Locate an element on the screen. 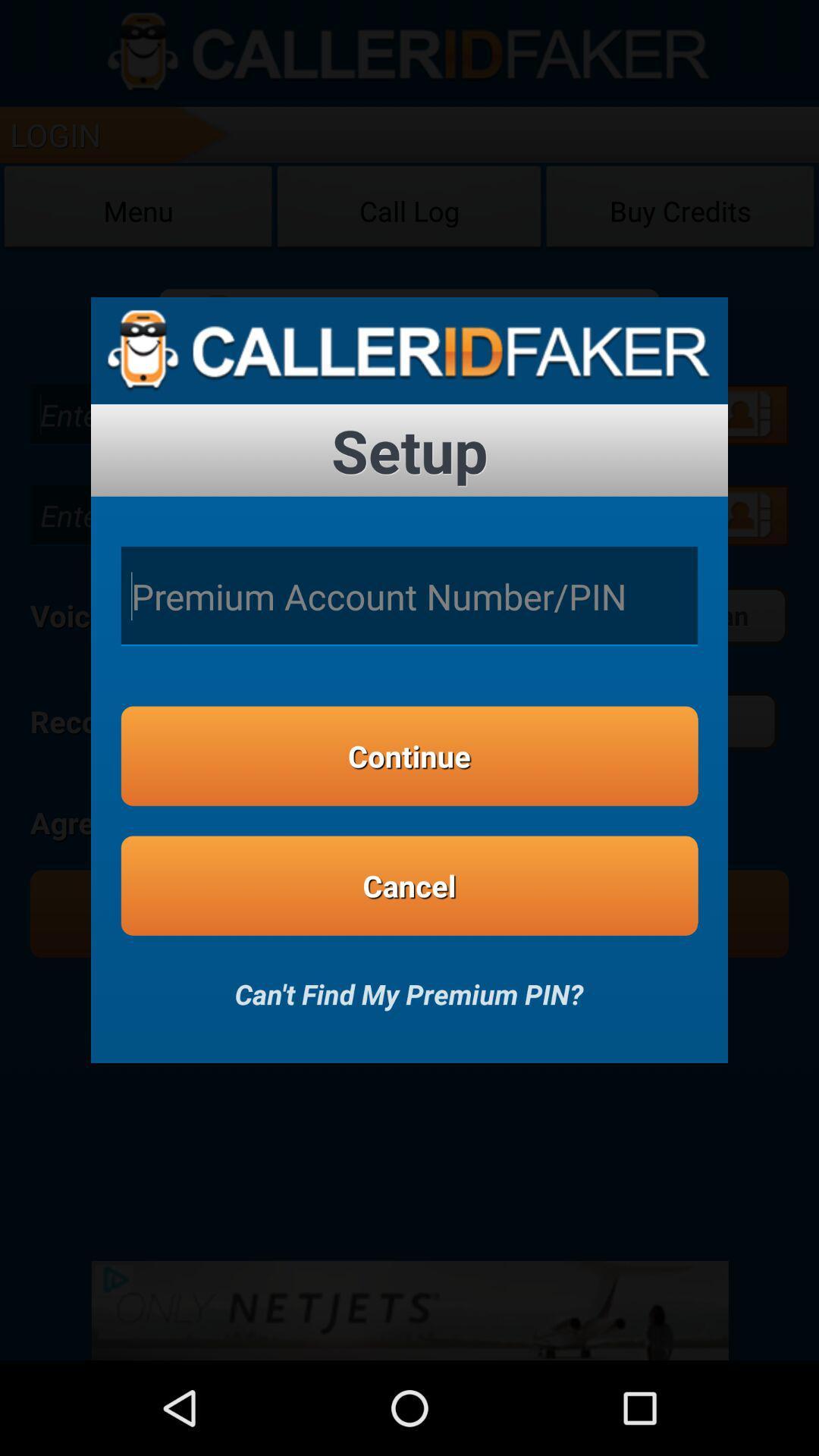  icon at the bottom is located at coordinates (408, 984).